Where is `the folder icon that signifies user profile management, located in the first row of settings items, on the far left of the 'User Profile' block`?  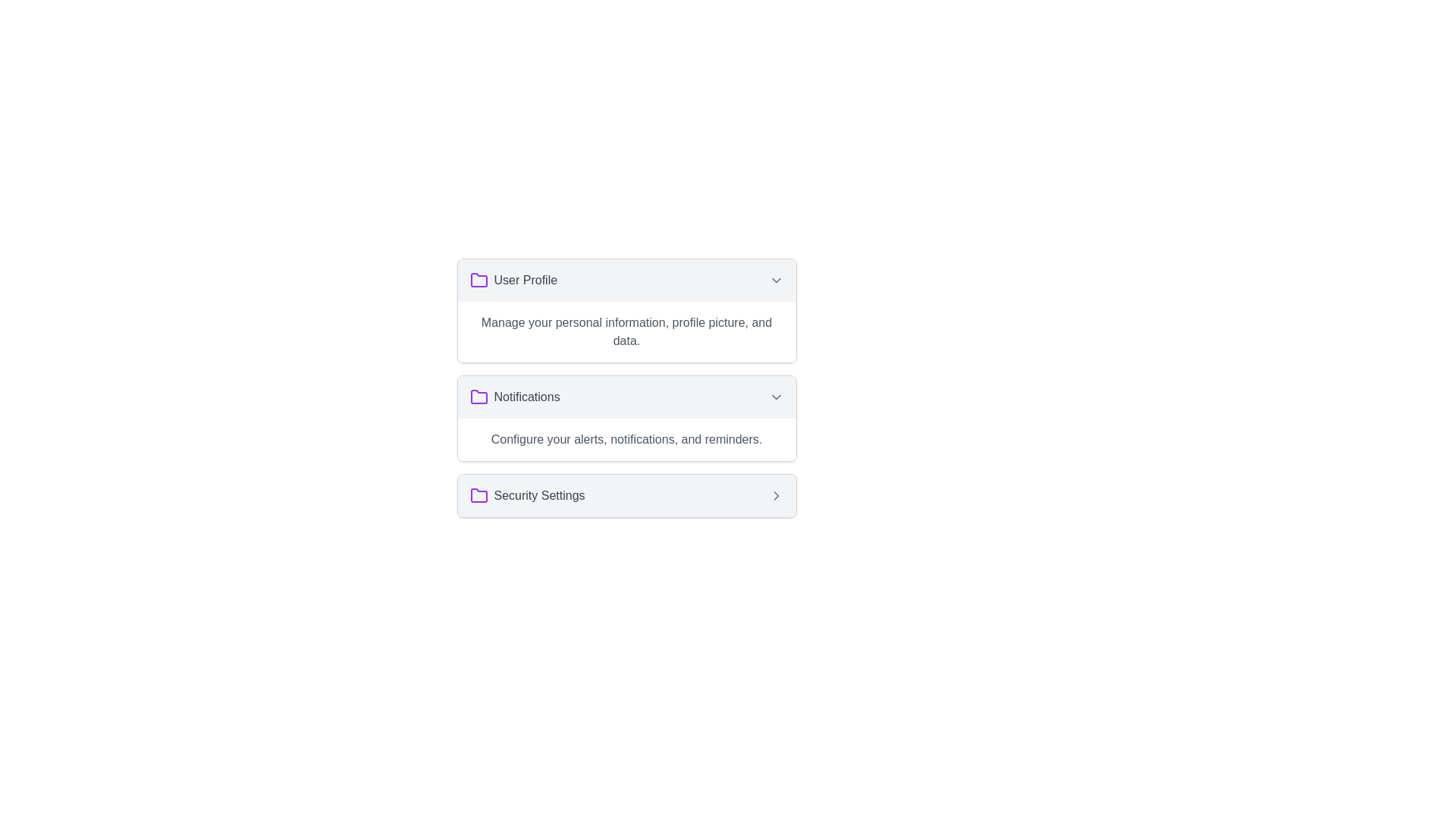
the folder icon that signifies user profile management, located in the first row of settings items, on the far left of the 'User Profile' block is located at coordinates (478, 280).